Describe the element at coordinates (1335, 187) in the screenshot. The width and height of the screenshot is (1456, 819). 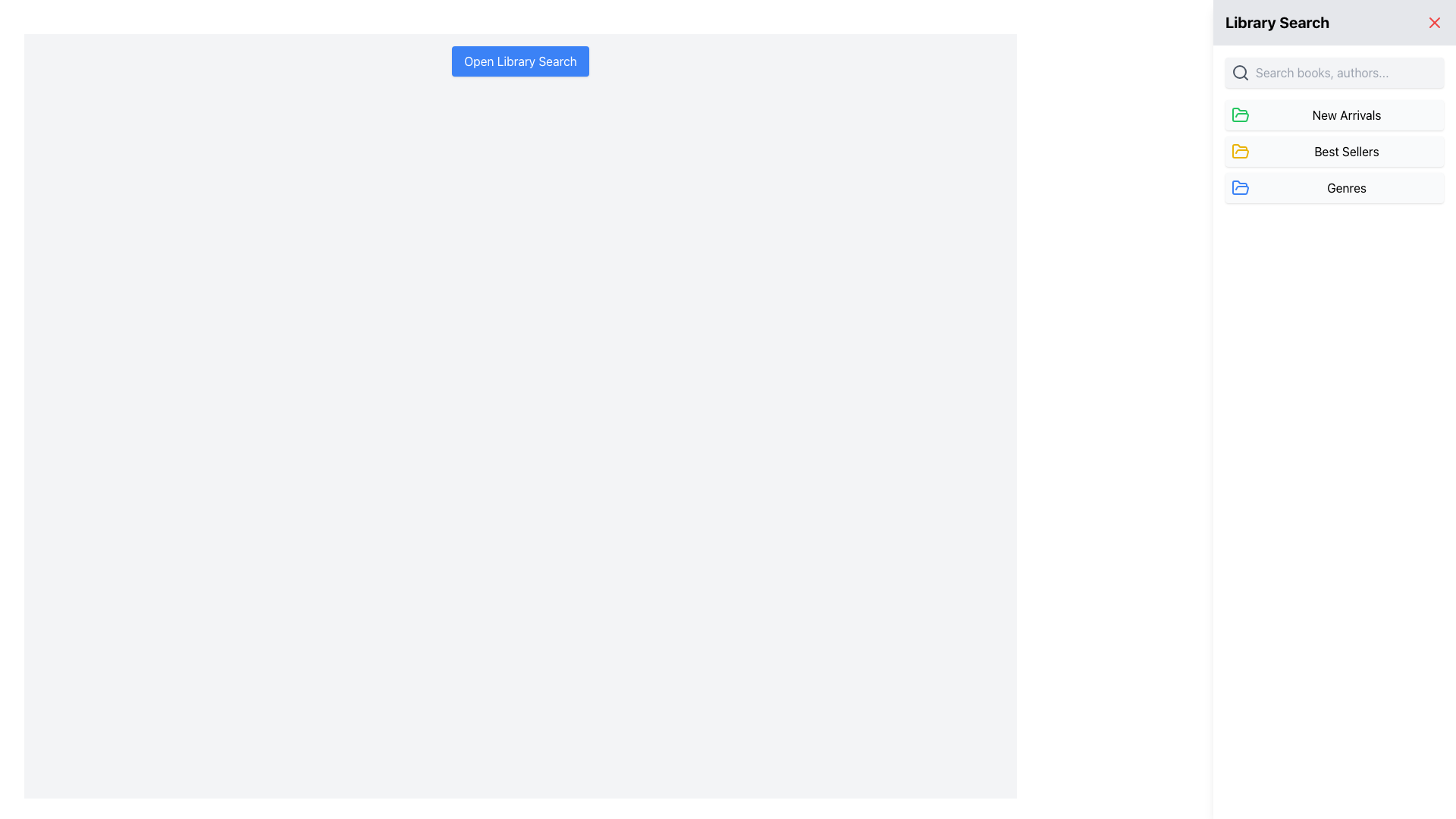
I see `the 'Genres' button located in the right sidebar below the 'Best Sellers' button in the 'Library Search' section` at that location.